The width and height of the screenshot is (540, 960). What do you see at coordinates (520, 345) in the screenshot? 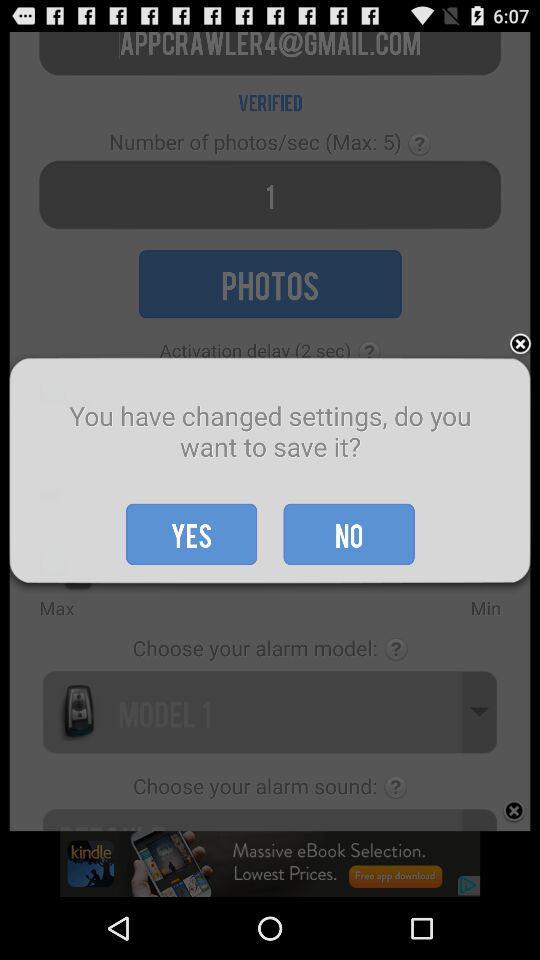
I see `exit` at bounding box center [520, 345].